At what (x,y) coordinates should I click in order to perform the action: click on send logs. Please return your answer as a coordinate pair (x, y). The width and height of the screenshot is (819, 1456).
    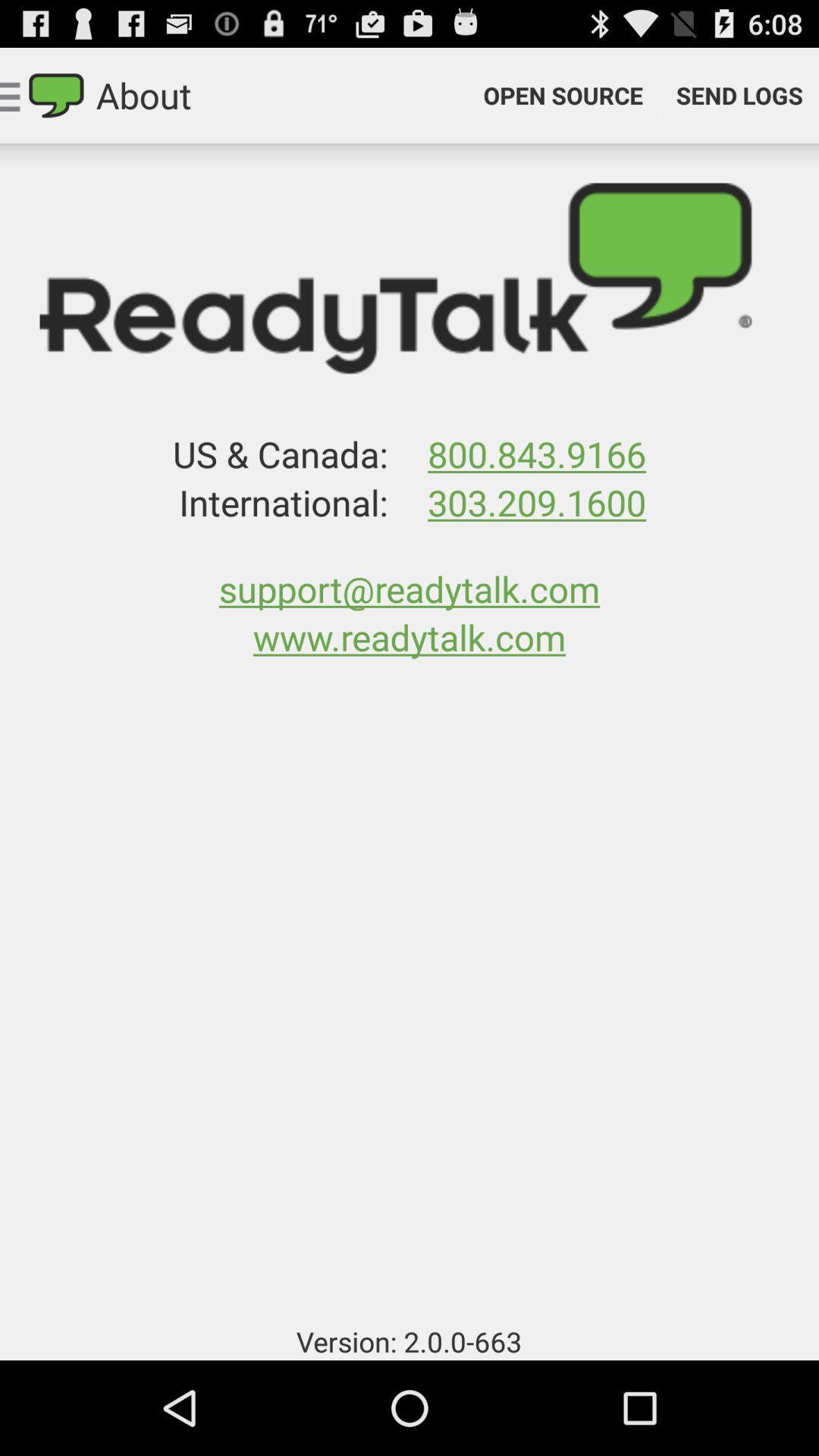
    Looking at the image, I should click on (739, 94).